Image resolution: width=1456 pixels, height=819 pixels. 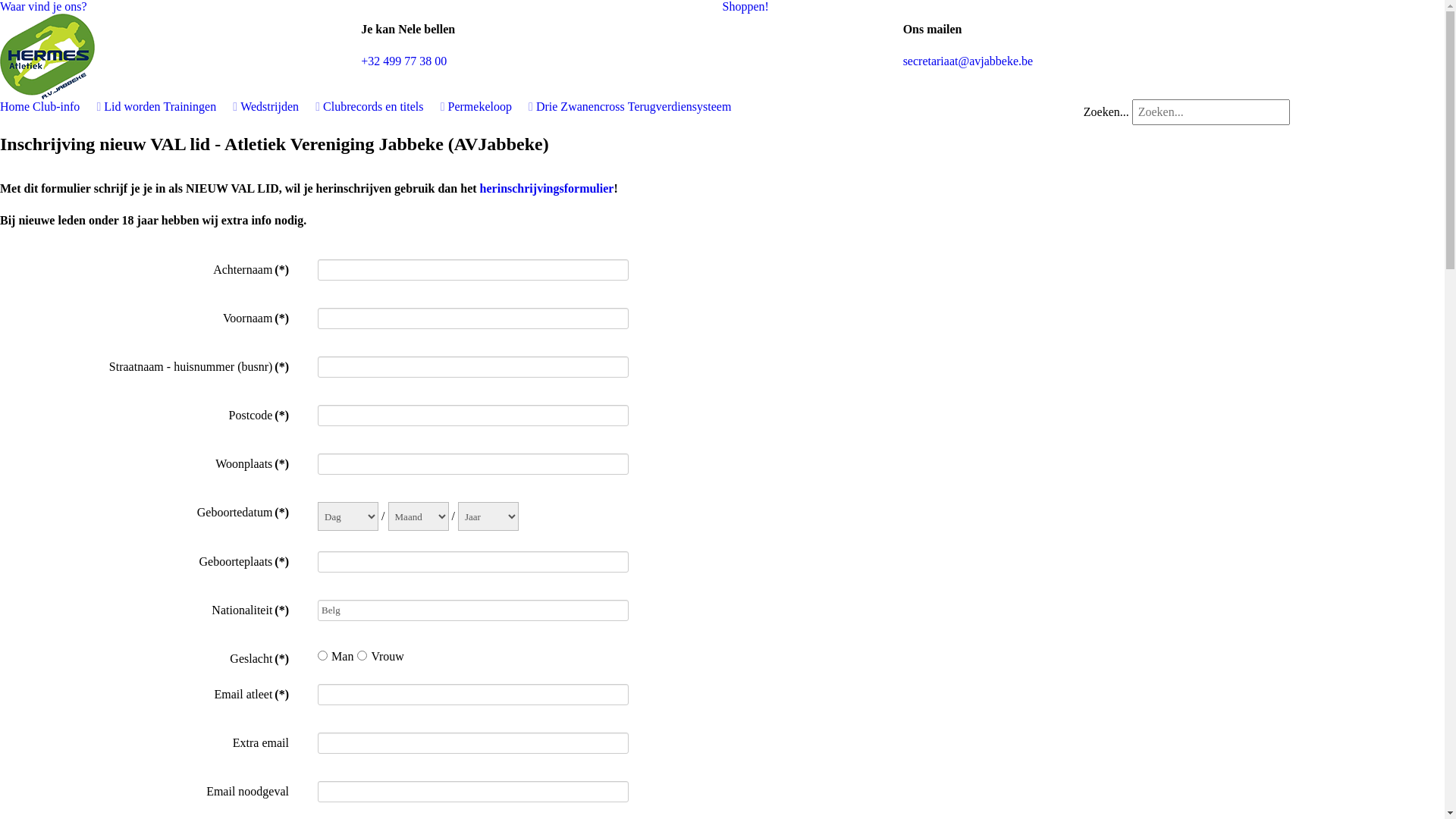 What do you see at coordinates (546, 187) in the screenshot?
I see `'herinschrijvingsformulier'` at bounding box center [546, 187].